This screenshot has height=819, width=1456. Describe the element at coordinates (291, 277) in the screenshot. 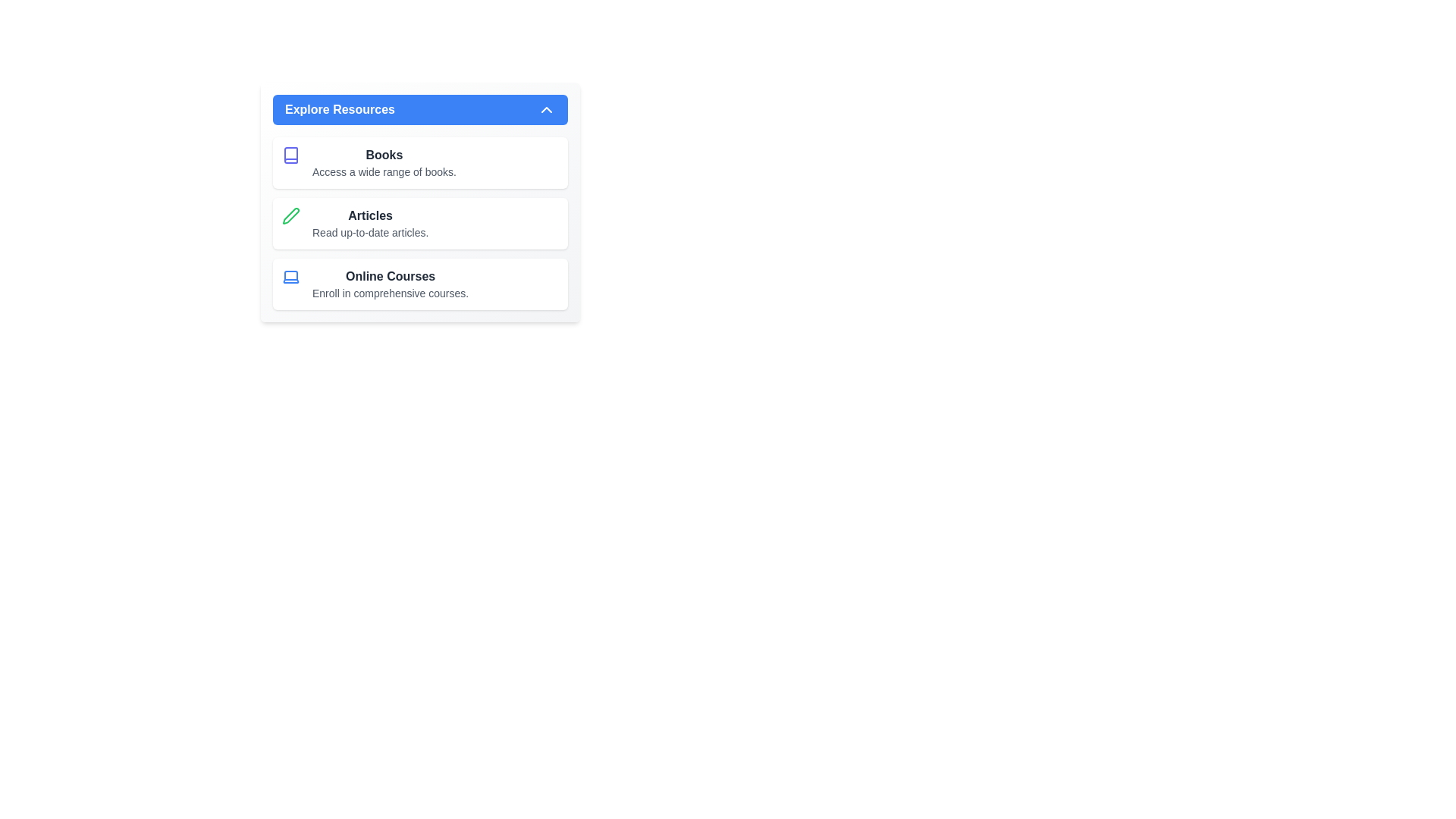

I see `'Online Courses' icon located to the left of the text in the third entry of the 'Explore Resources' list` at that location.